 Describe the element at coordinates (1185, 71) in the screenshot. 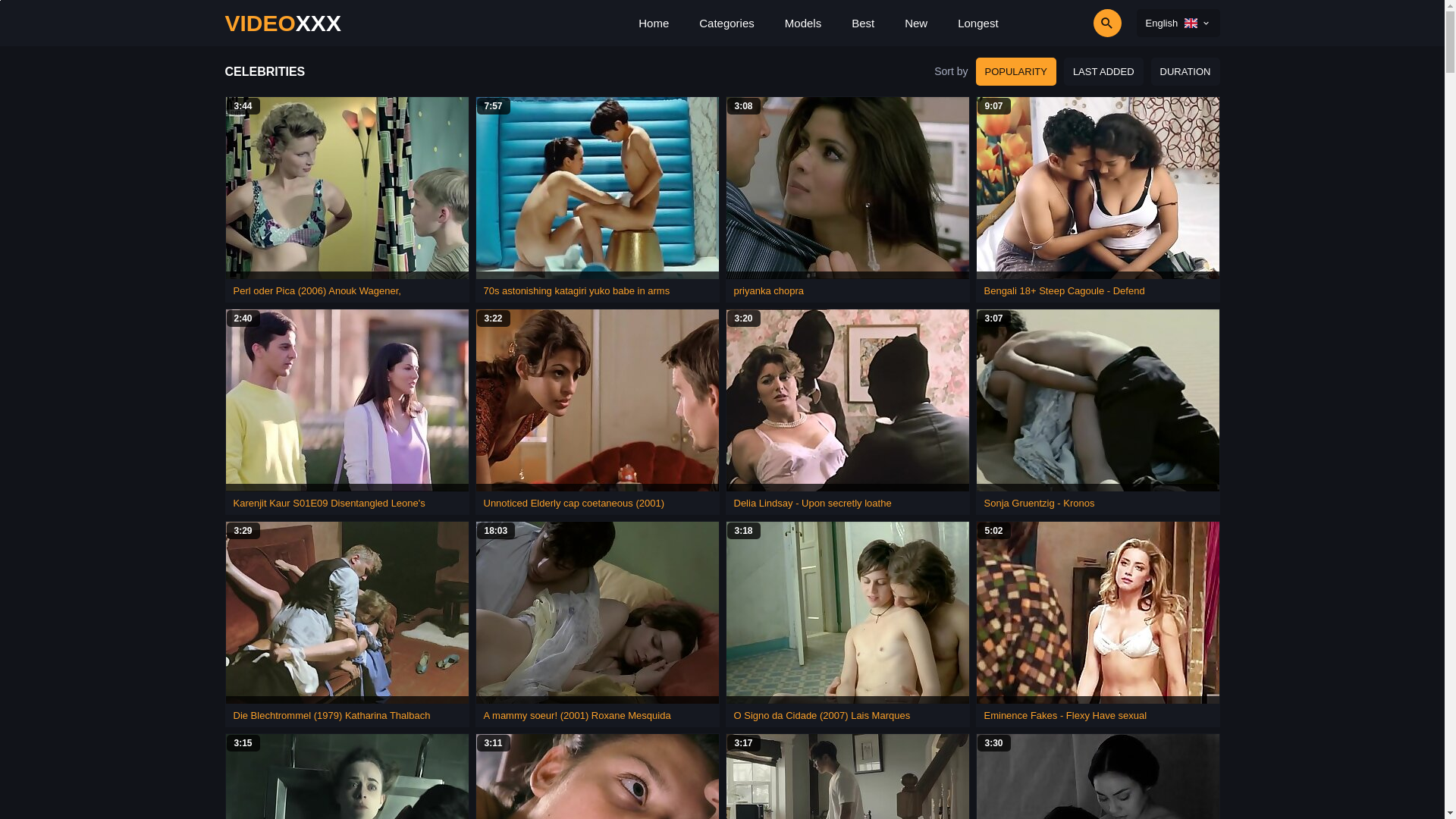

I see `'DURATION'` at that location.